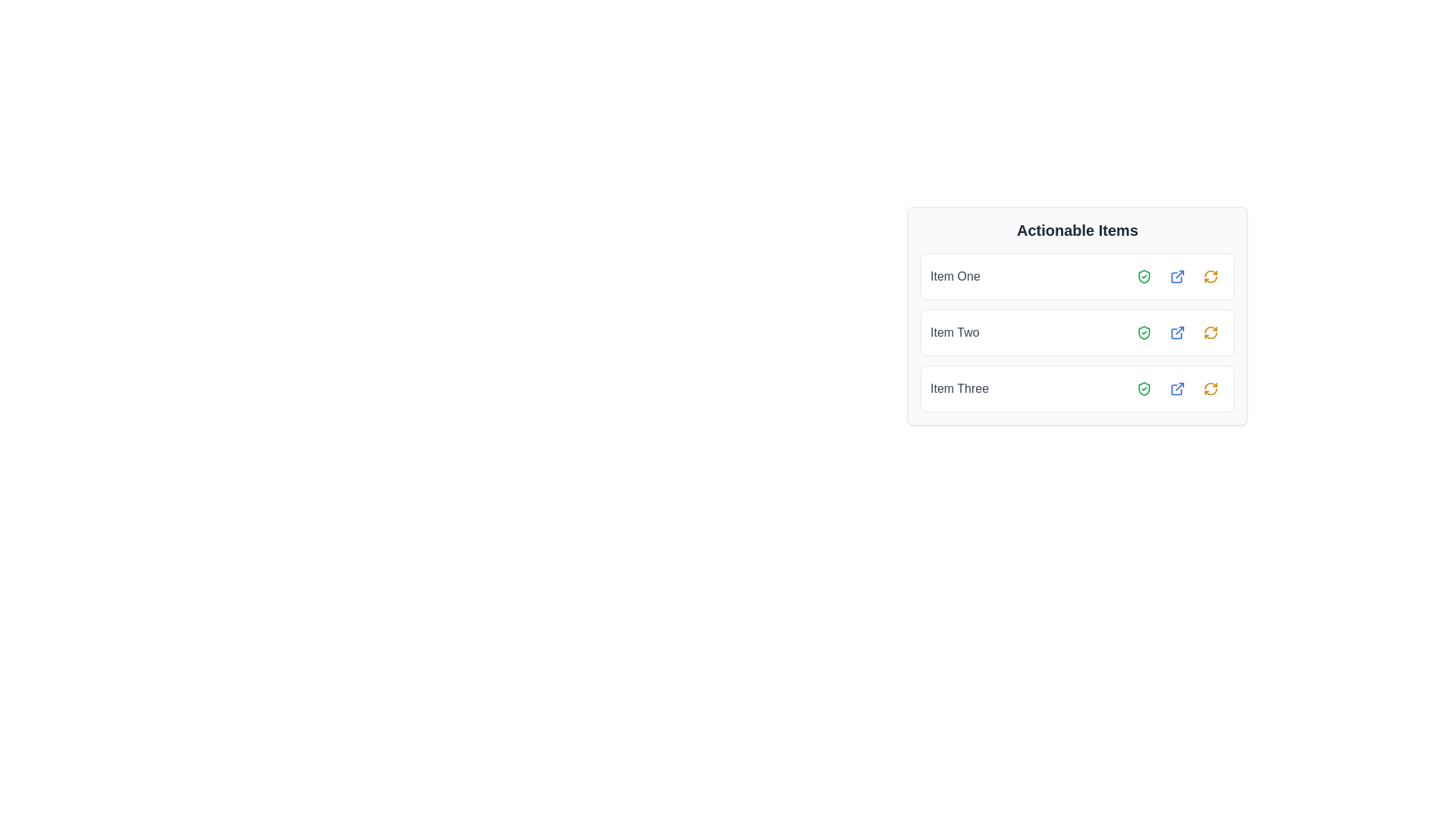  Describe the element at coordinates (1177, 388) in the screenshot. I see `the second icon on the right within the 'Actionable Items' list for 'Item Three'` at that location.